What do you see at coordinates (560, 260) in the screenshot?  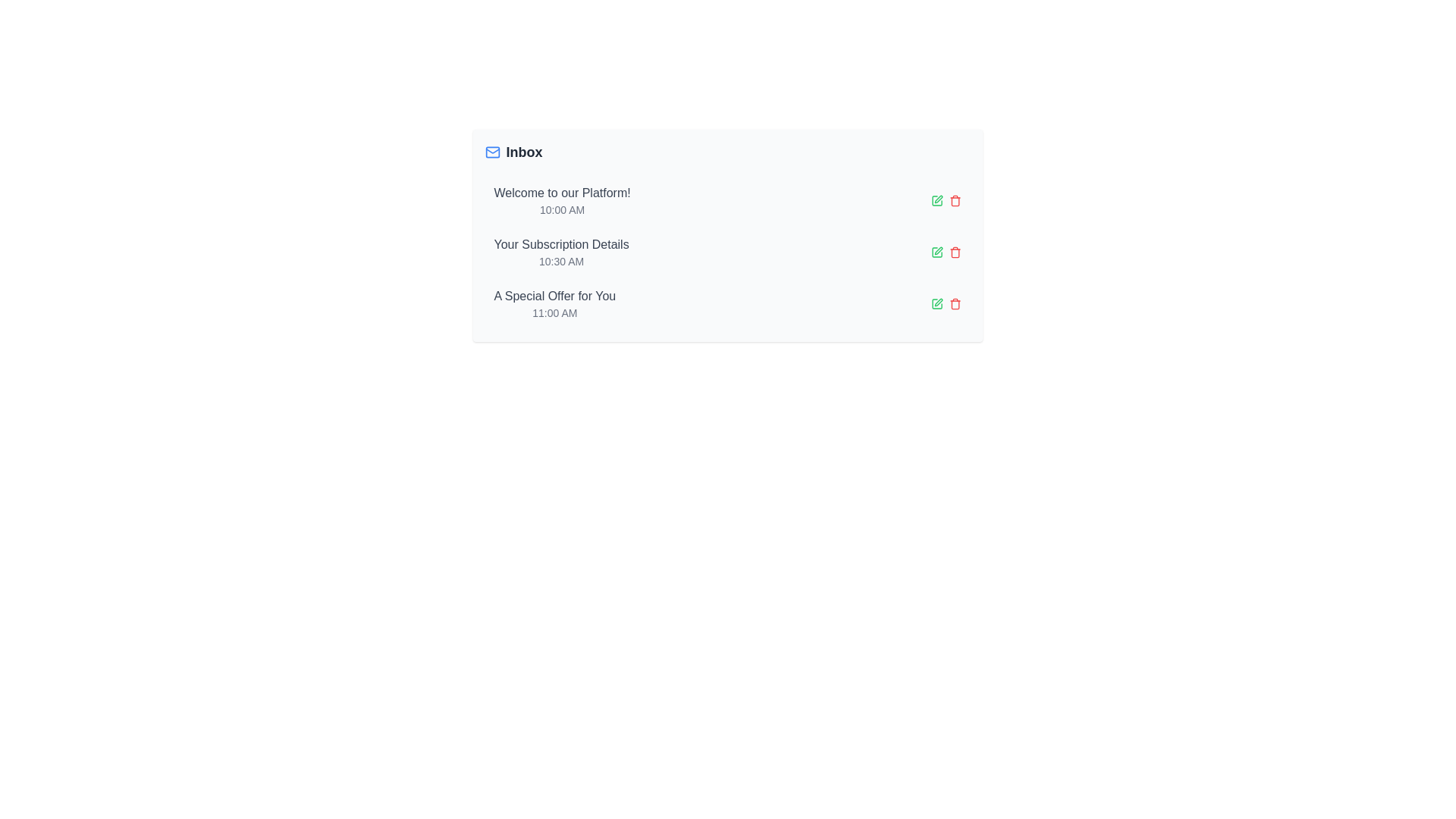 I see `the static text displaying the timestamp associated with 'Your Subscription Details', positioned between '10:00 AM' and '11:00 AM'` at bounding box center [560, 260].